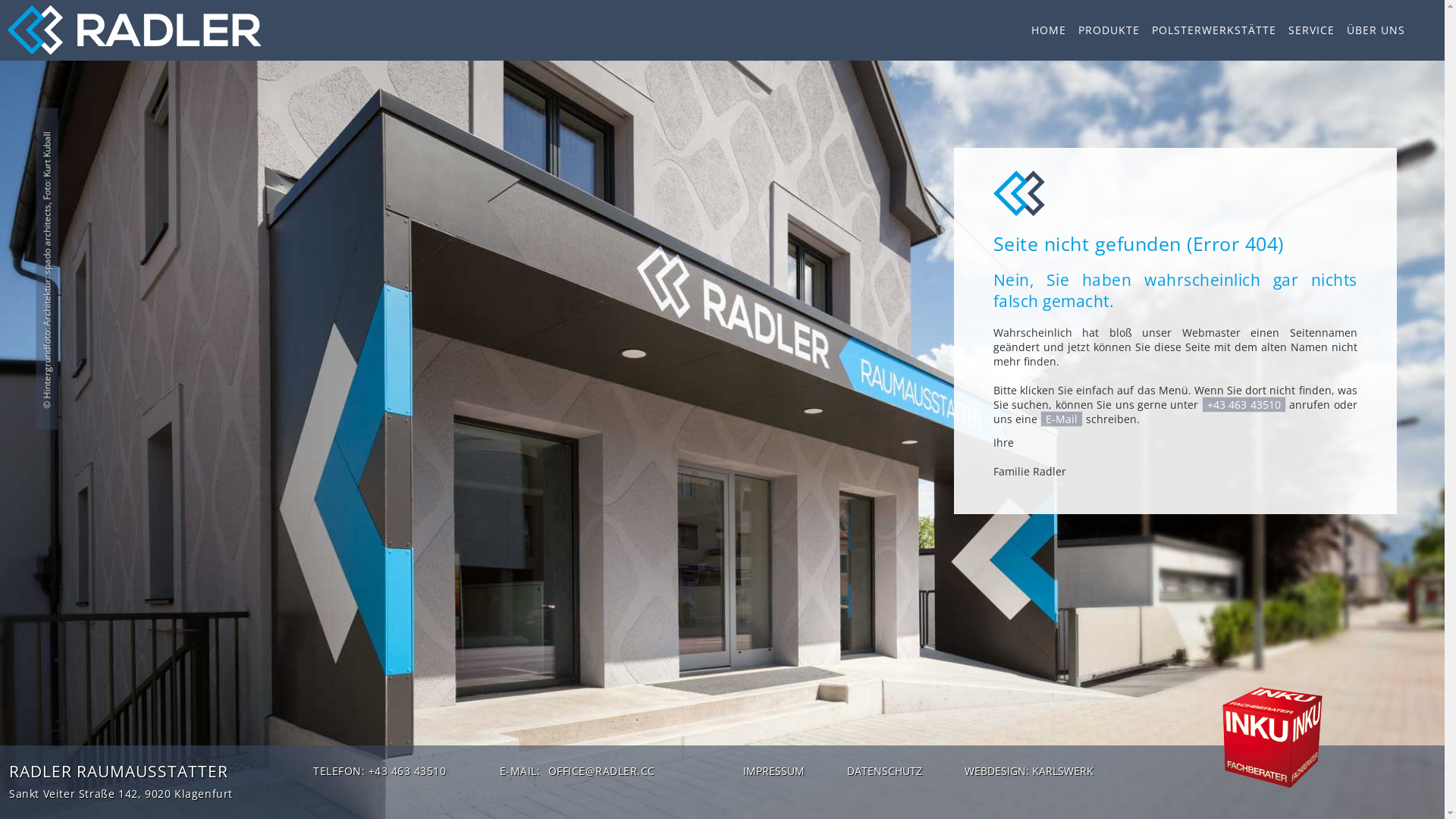 The width and height of the screenshot is (1456, 819). What do you see at coordinates (1109, 30) in the screenshot?
I see `'PRODUKTE'` at bounding box center [1109, 30].